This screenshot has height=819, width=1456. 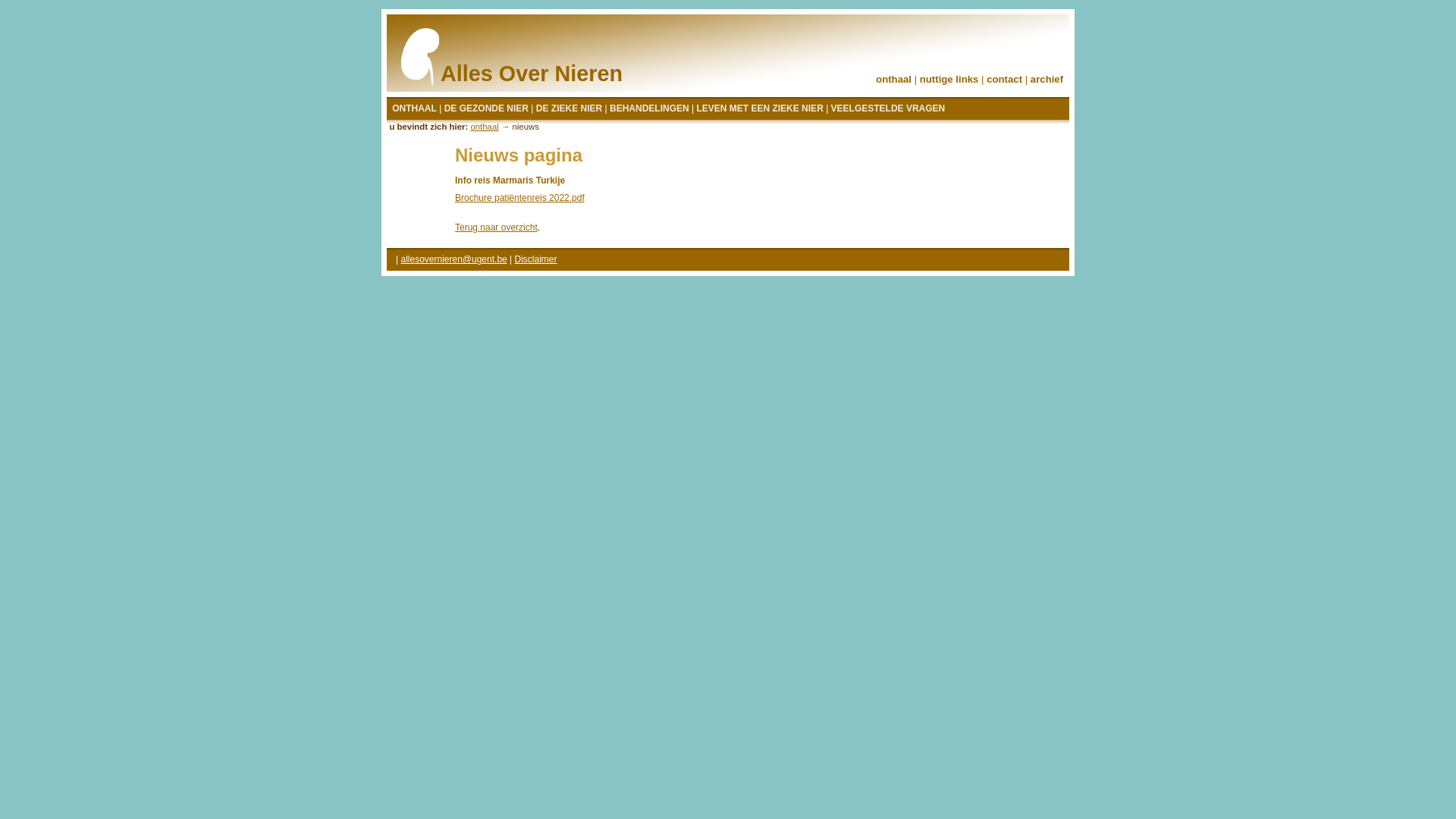 What do you see at coordinates (649, 108) in the screenshot?
I see `'BEHANDELINGEN'` at bounding box center [649, 108].